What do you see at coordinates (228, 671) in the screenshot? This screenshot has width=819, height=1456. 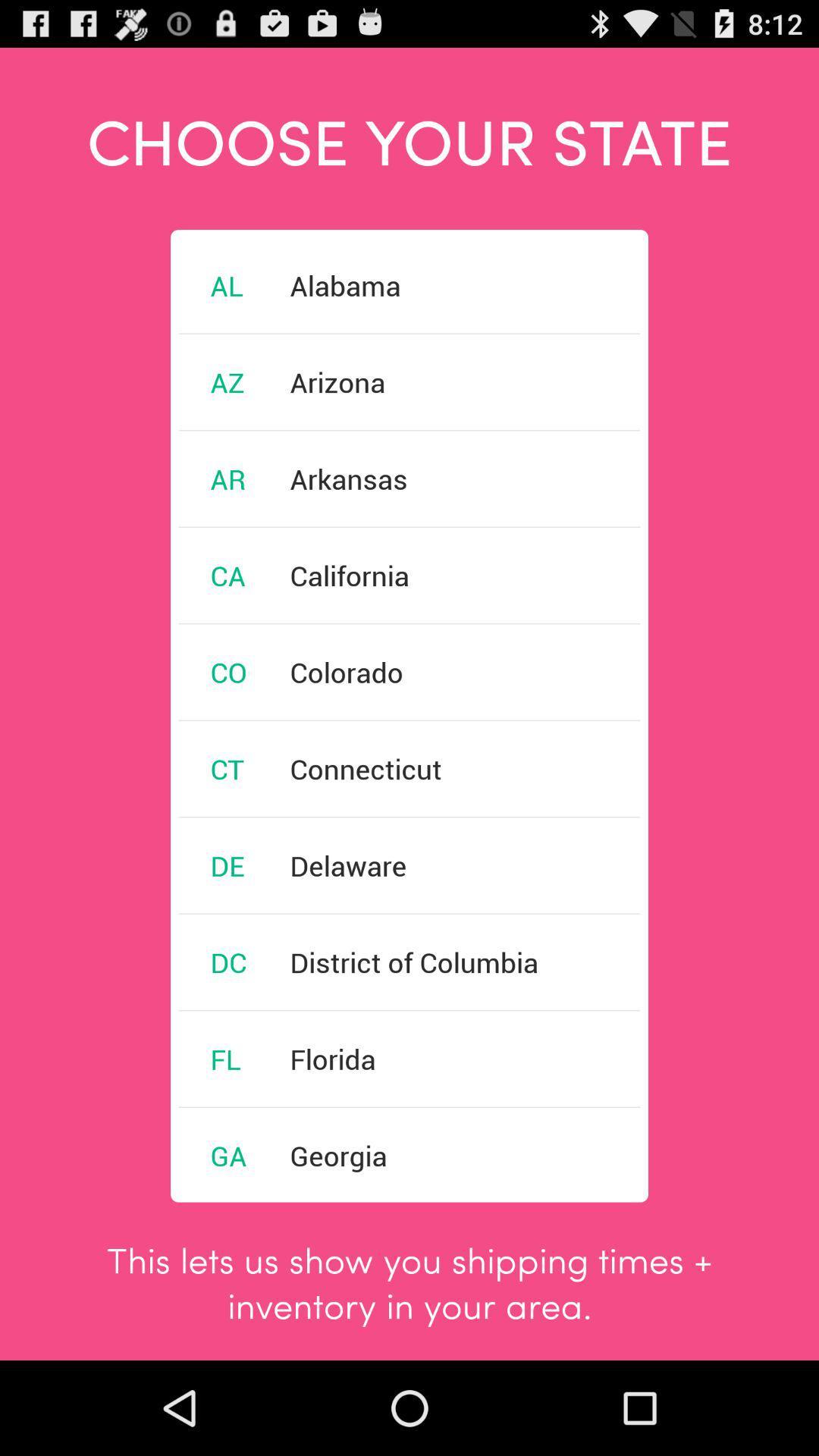 I see `item above ct` at bounding box center [228, 671].